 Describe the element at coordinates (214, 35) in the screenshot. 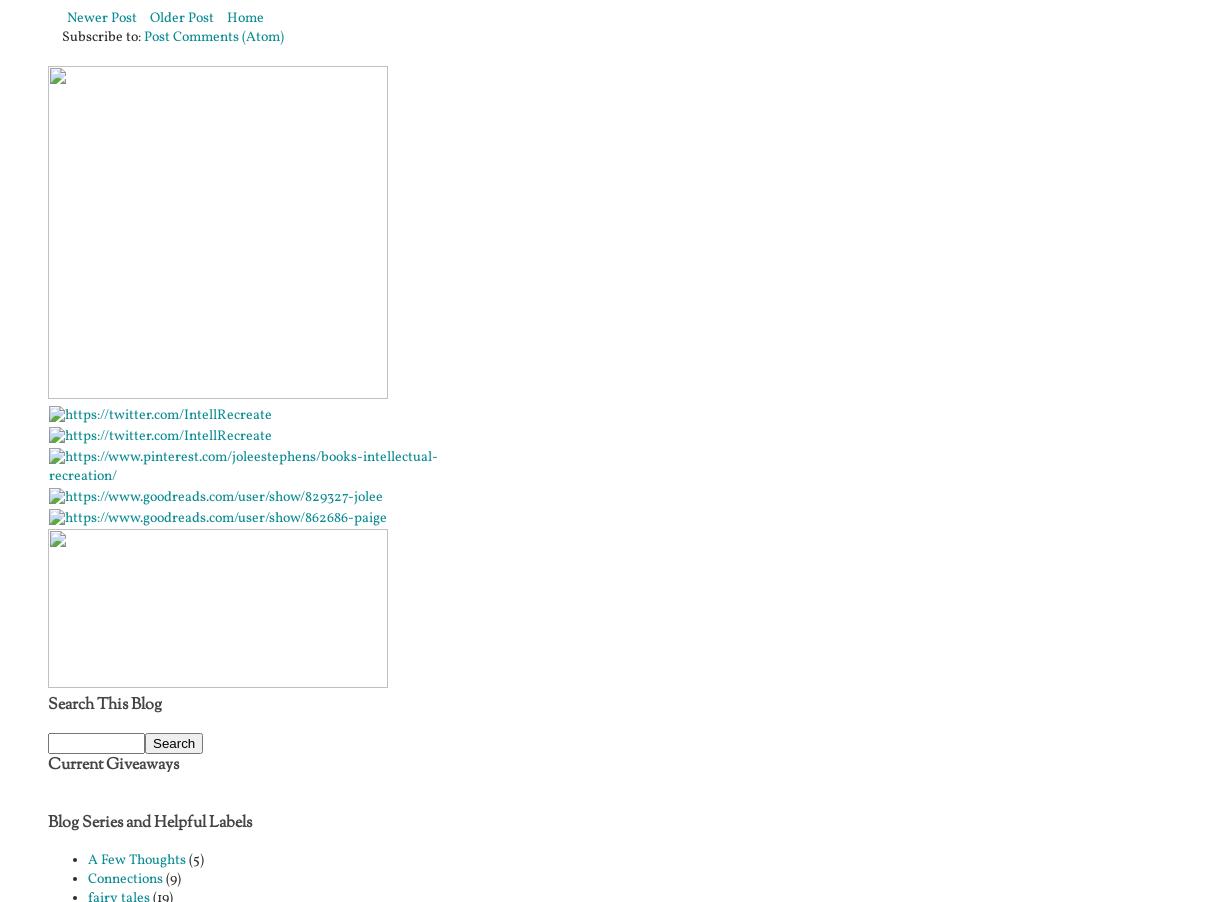

I see `'Post Comments (Atom)'` at that location.